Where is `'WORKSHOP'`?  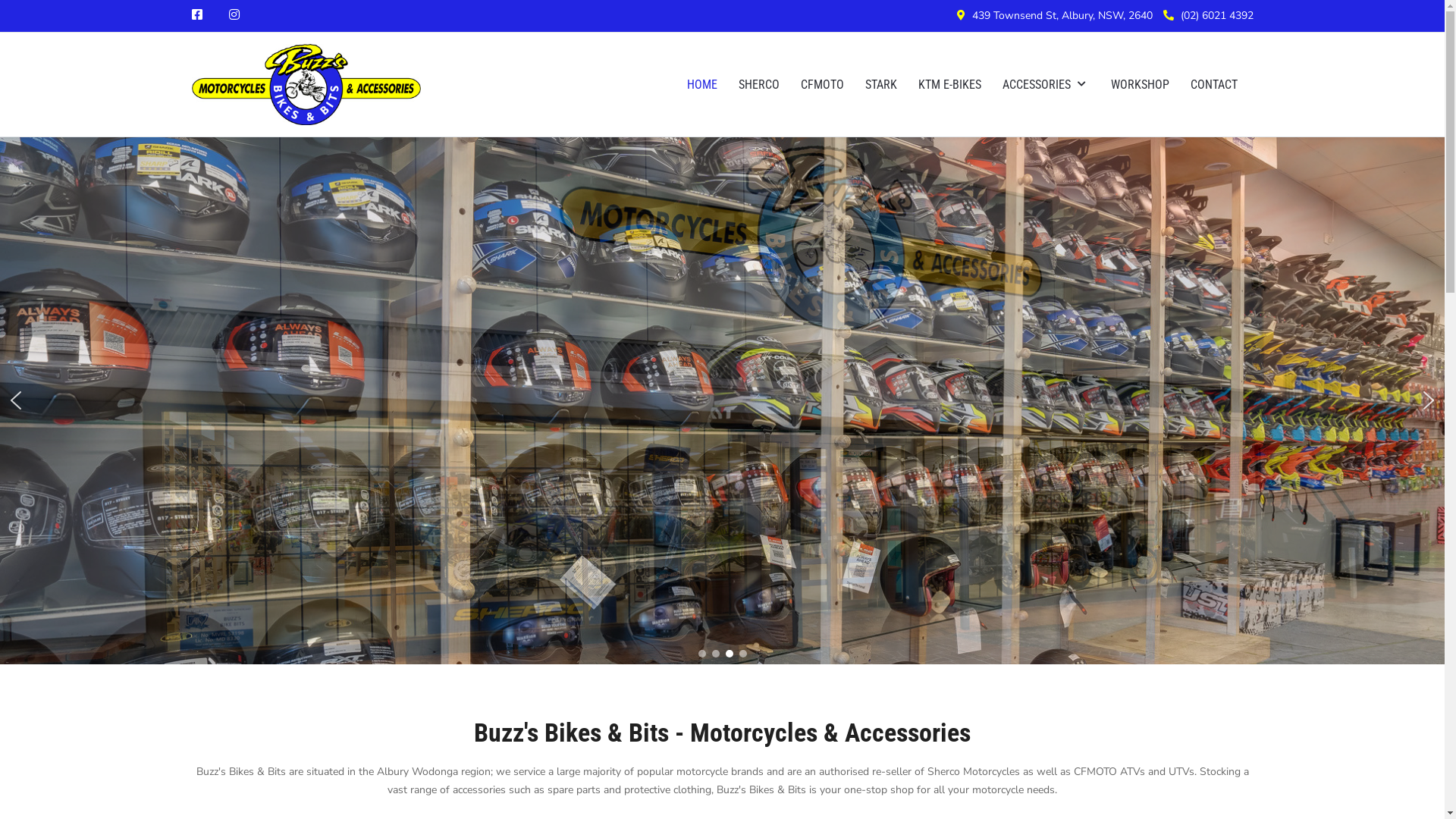 'WORKSHOP' is located at coordinates (1139, 84).